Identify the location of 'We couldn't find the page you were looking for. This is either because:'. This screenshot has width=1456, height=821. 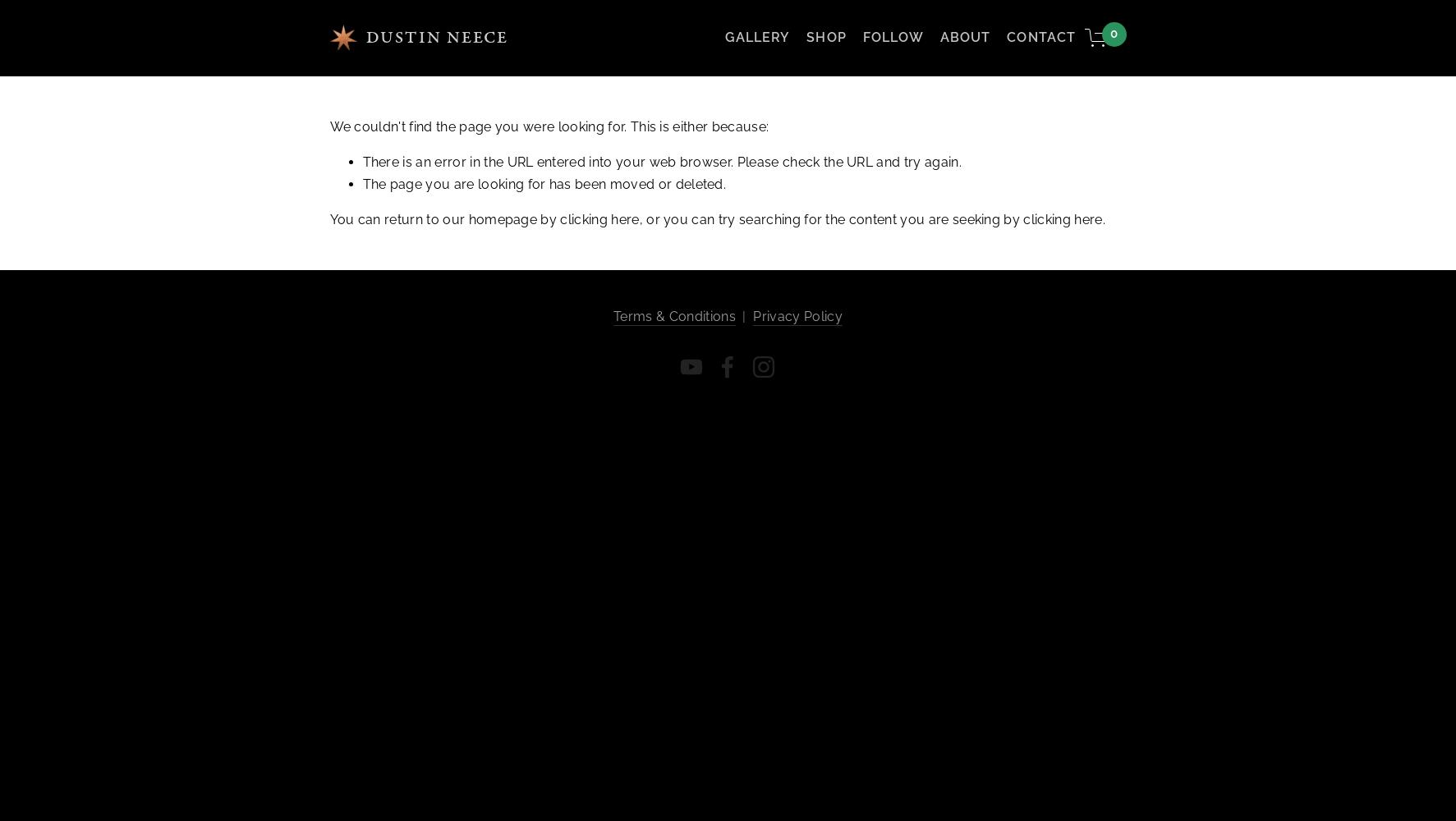
(548, 126).